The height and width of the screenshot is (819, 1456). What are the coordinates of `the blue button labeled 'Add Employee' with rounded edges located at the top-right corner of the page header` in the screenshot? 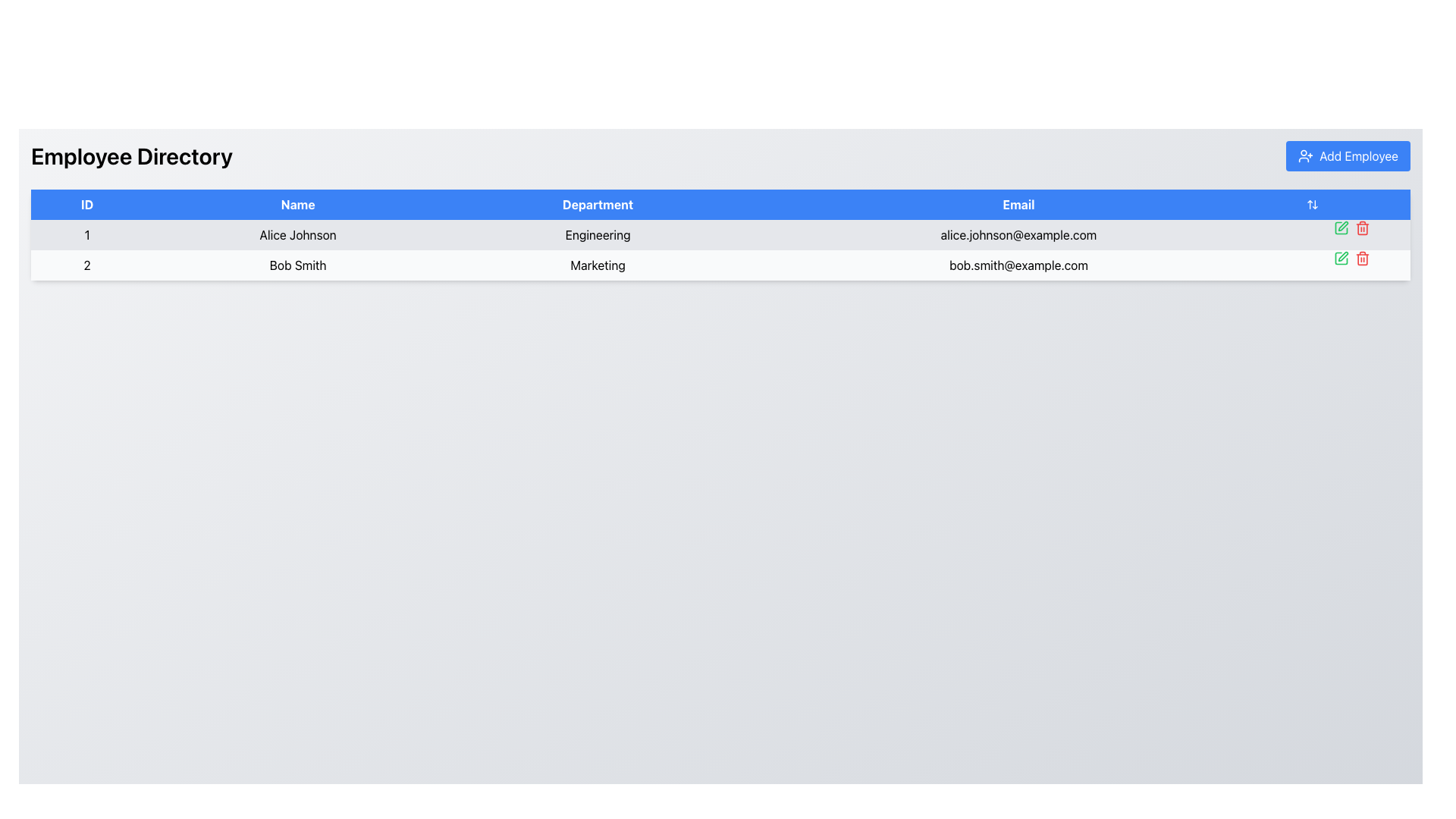 It's located at (1348, 155).